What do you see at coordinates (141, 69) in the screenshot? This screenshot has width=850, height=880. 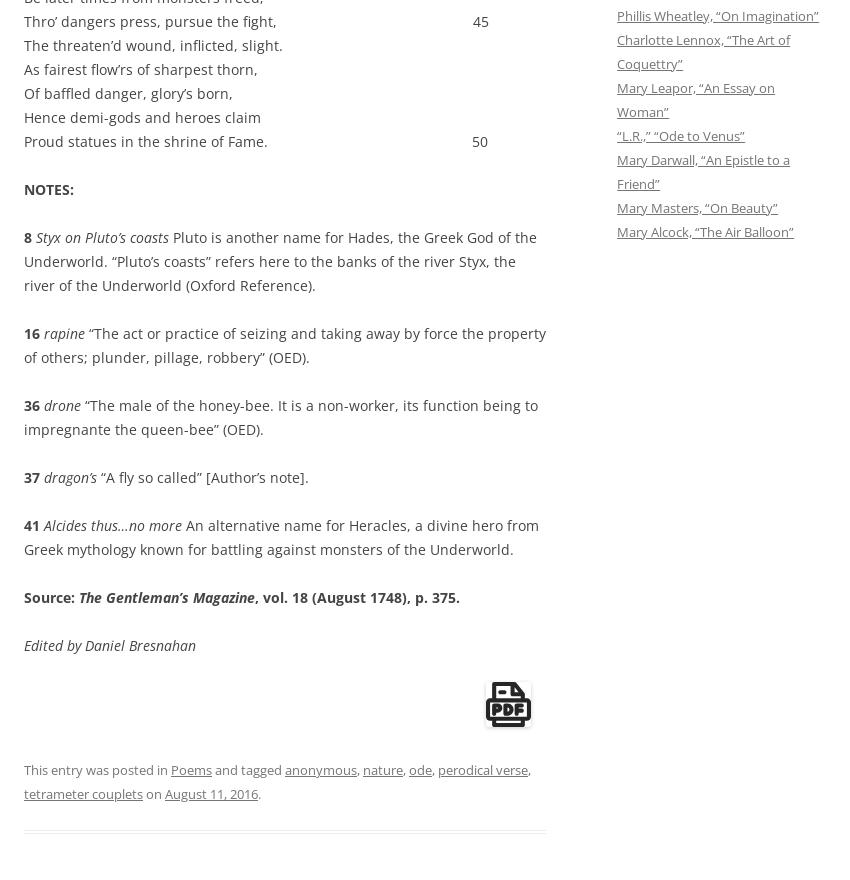 I see `'As fairest flow’rs of sharpest thorn,'` at bounding box center [141, 69].